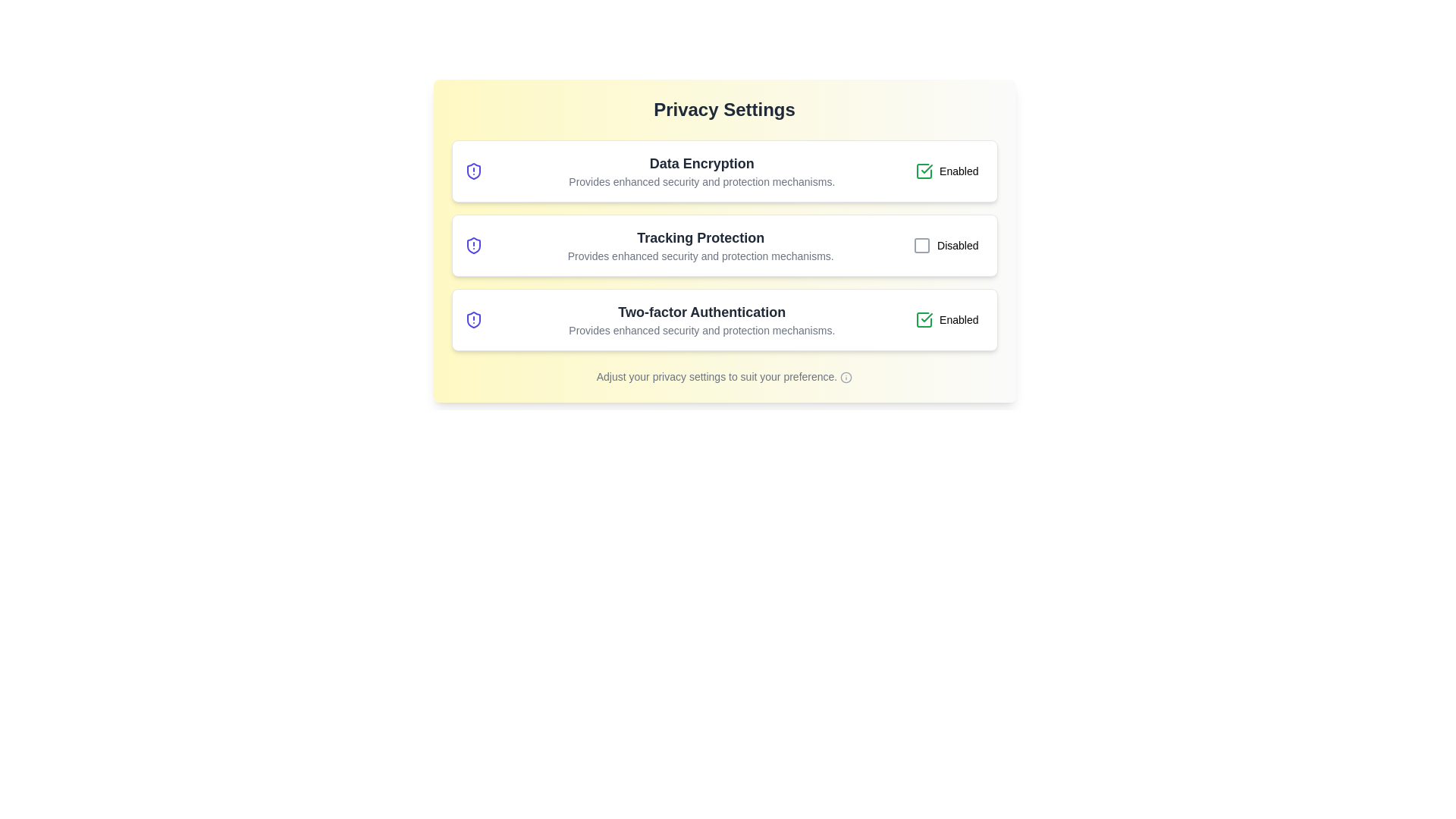 This screenshot has width=1456, height=819. What do you see at coordinates (846, 377) in the screenshot?
I see `the informational icon located at the end of the text line 'Adjust your privacy settings to suit your preference.' in the footer section of the Privacy Settings card` at bounding box center [846, 377].